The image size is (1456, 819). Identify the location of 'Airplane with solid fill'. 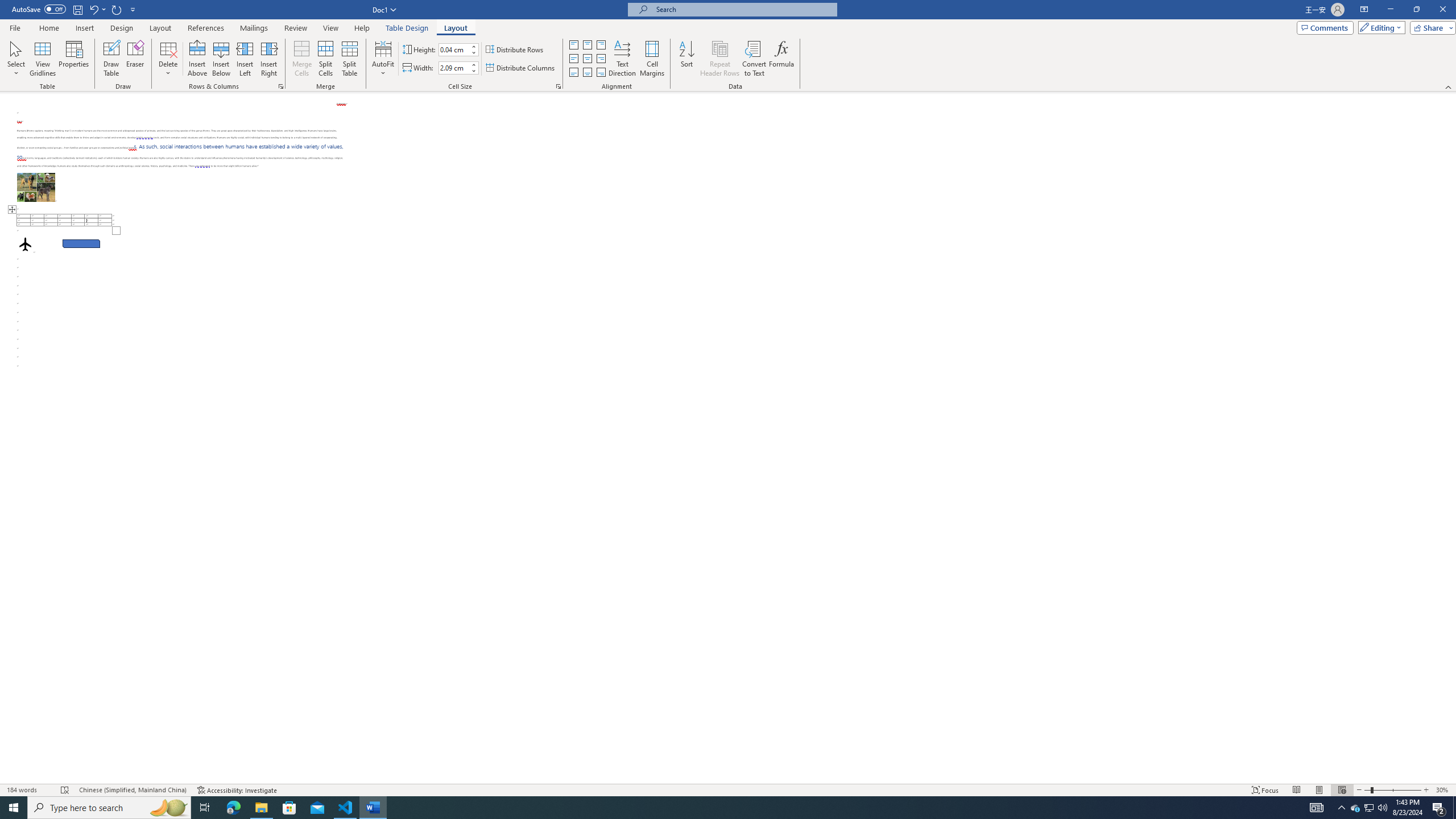
(25, 243).